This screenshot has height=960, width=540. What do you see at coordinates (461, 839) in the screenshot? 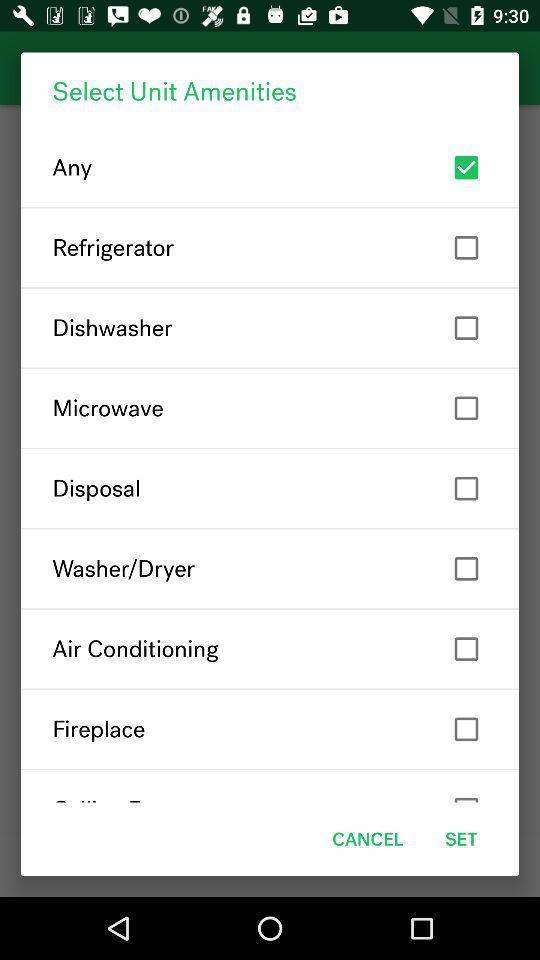
I see `the set` at bounding box center [461, 839].